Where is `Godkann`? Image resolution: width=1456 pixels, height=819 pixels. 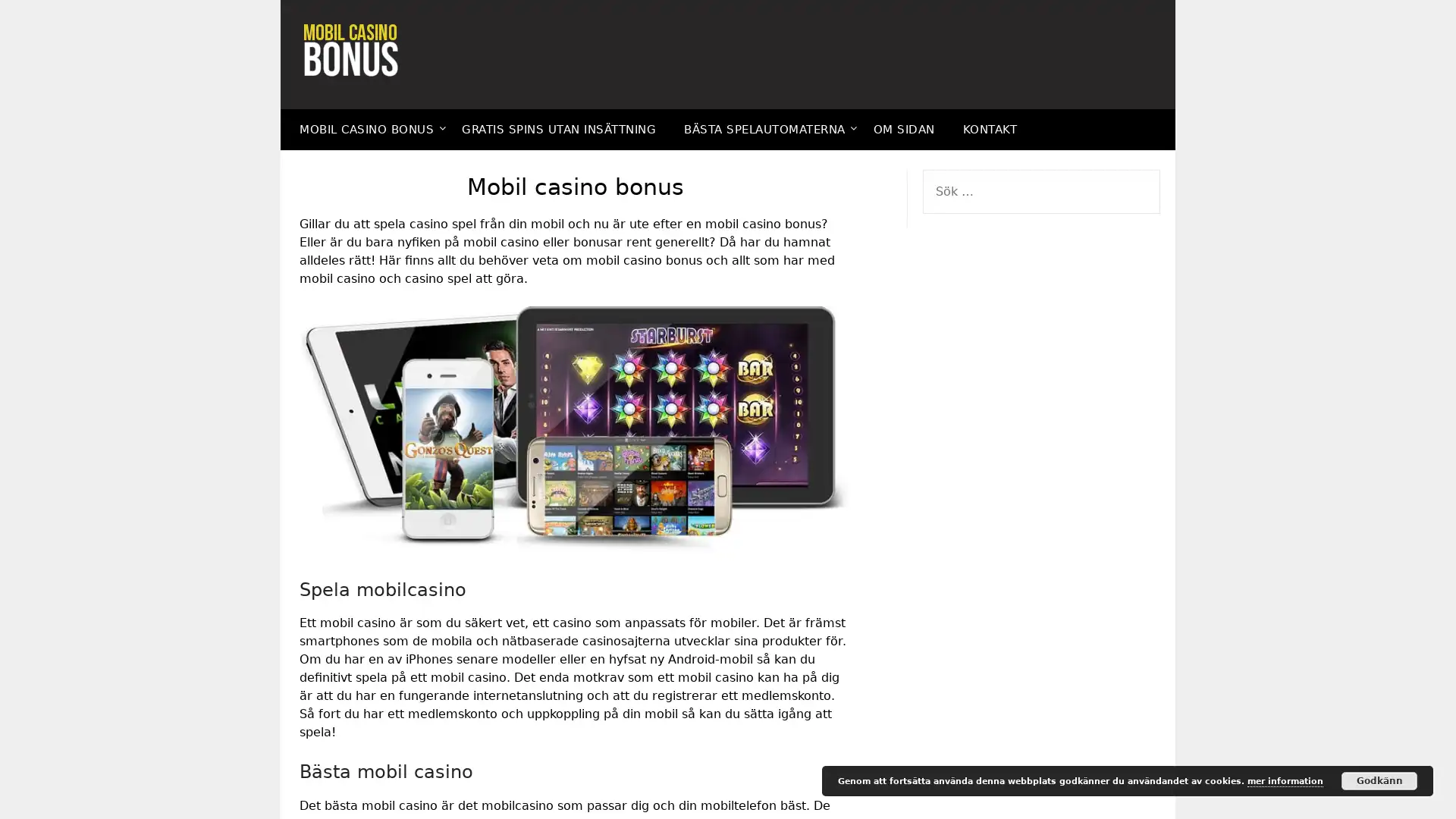
Godkann is located at coordinates (1379, 780).